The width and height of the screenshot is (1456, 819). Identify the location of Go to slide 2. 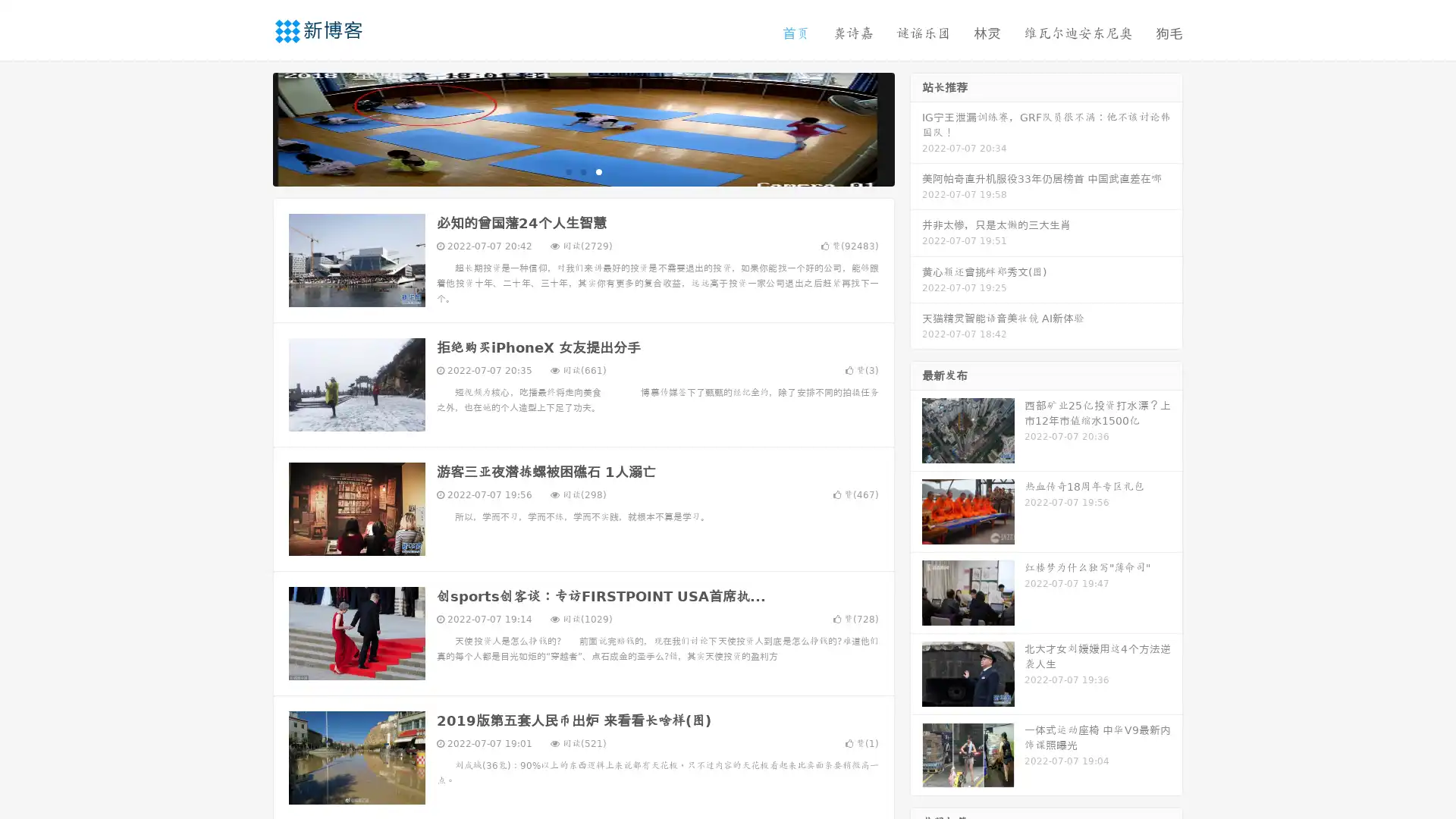
(582, 171).